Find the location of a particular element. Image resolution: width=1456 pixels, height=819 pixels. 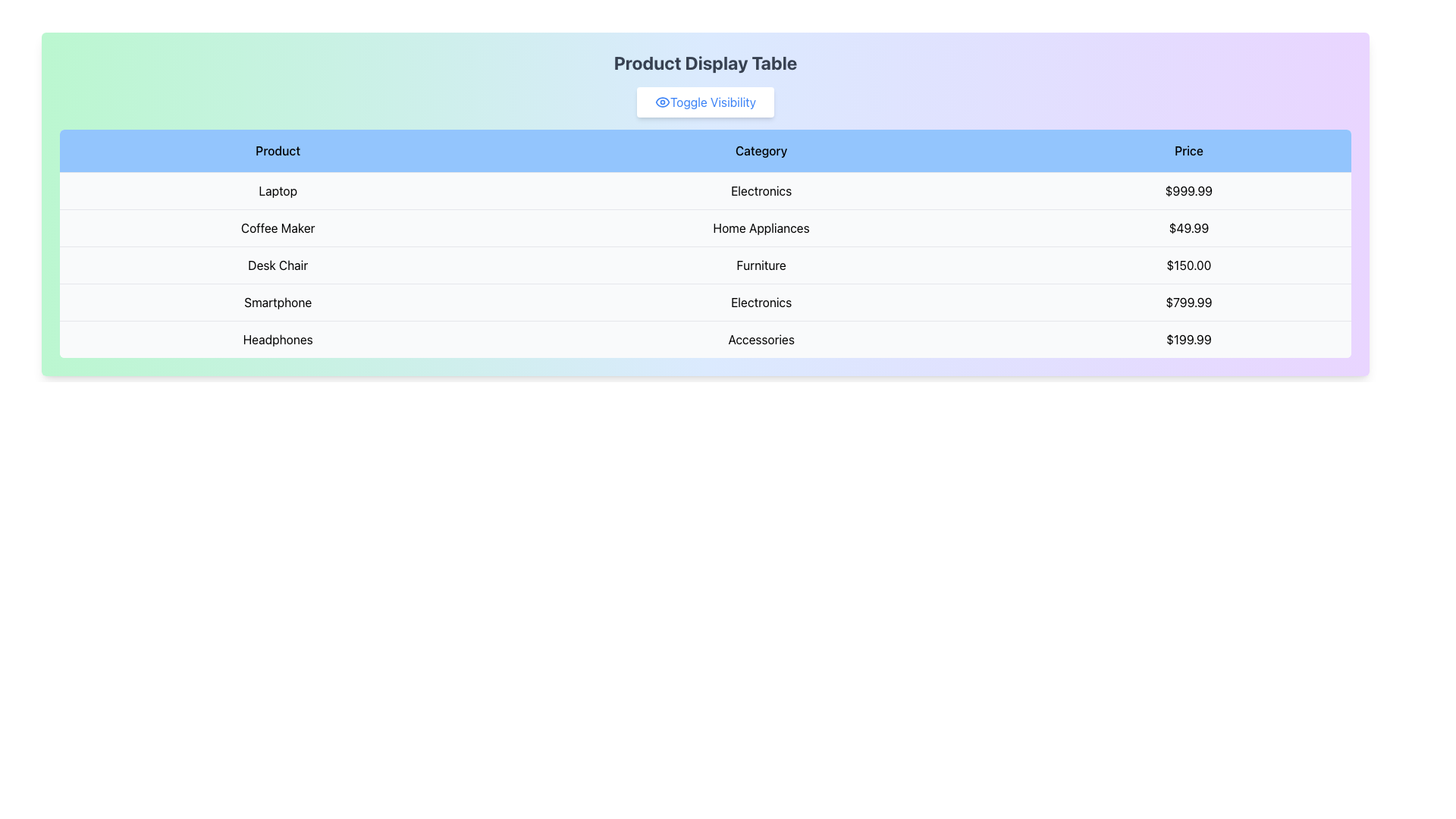

the table cell that specifies the category 'Electronics' for the product 'Laptop', located in the second column under the 'Category' header is located at coordinates (761, 190).